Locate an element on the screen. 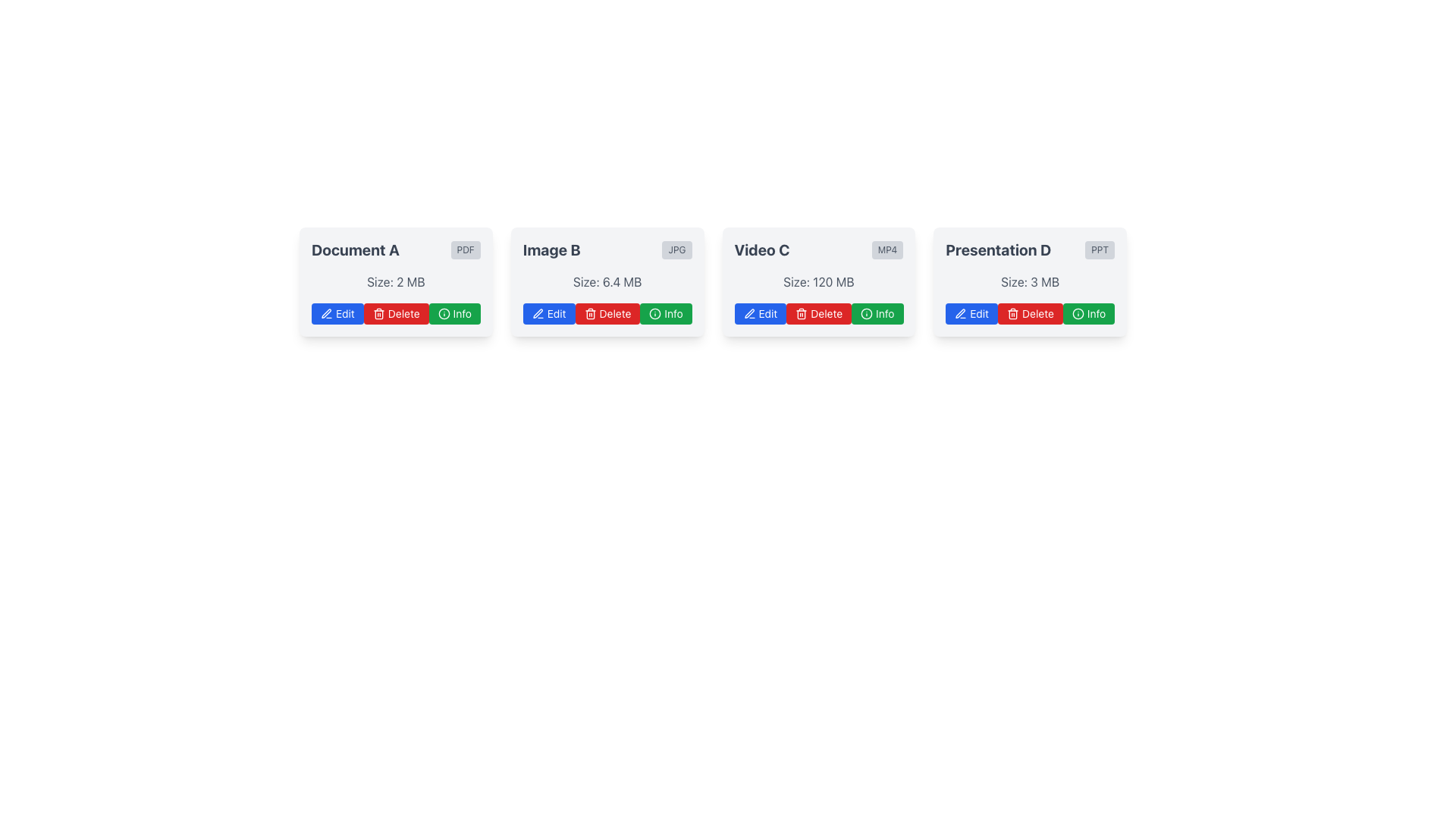 Image resolution: width=1456 pixels, height=819 pixels. the blue pen icon inside the 'Edit' button at the bottom-left of the first card is located at coordinates (326, 312).